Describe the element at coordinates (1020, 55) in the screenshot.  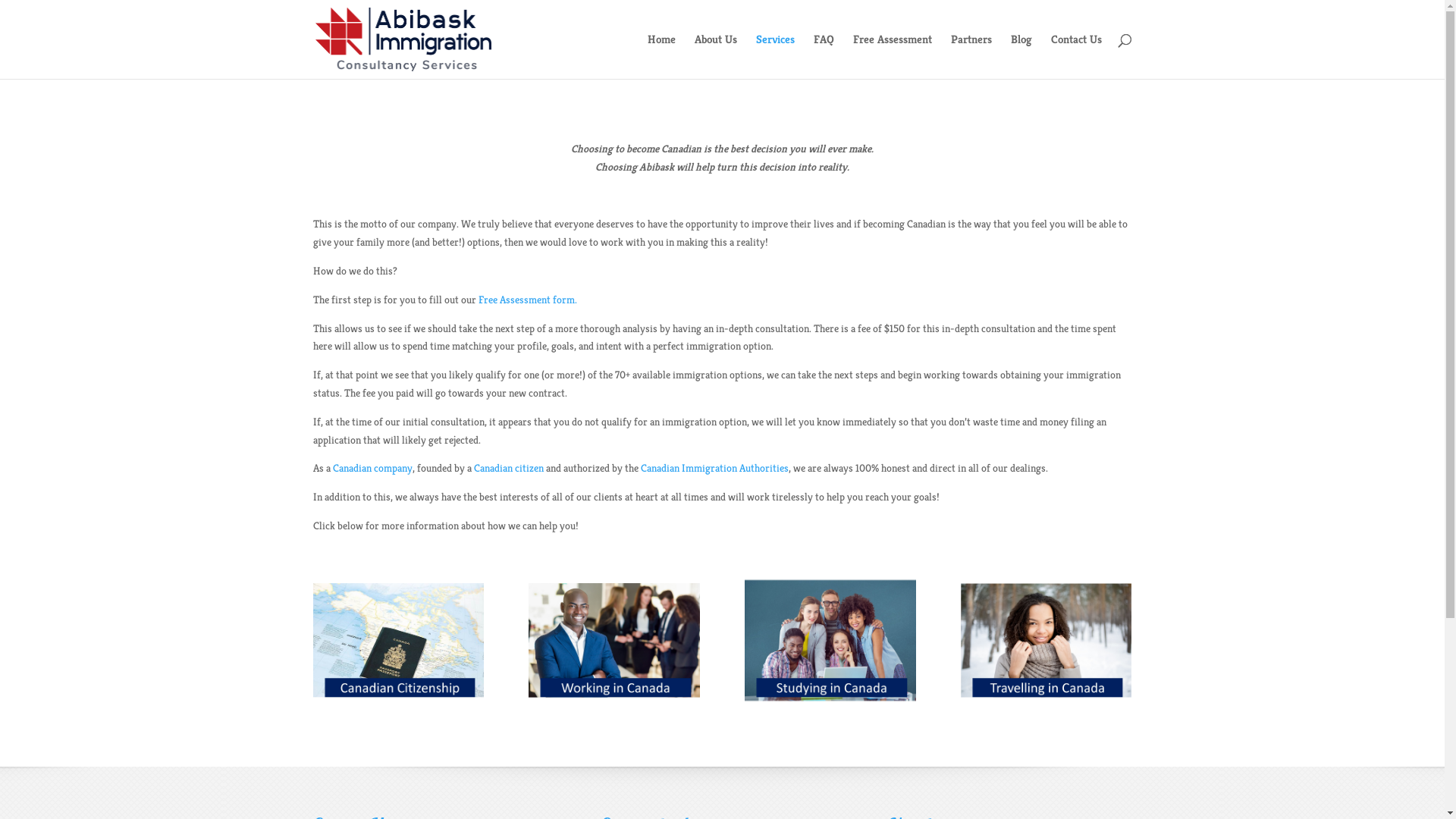
I see `'Blog'` at that location.